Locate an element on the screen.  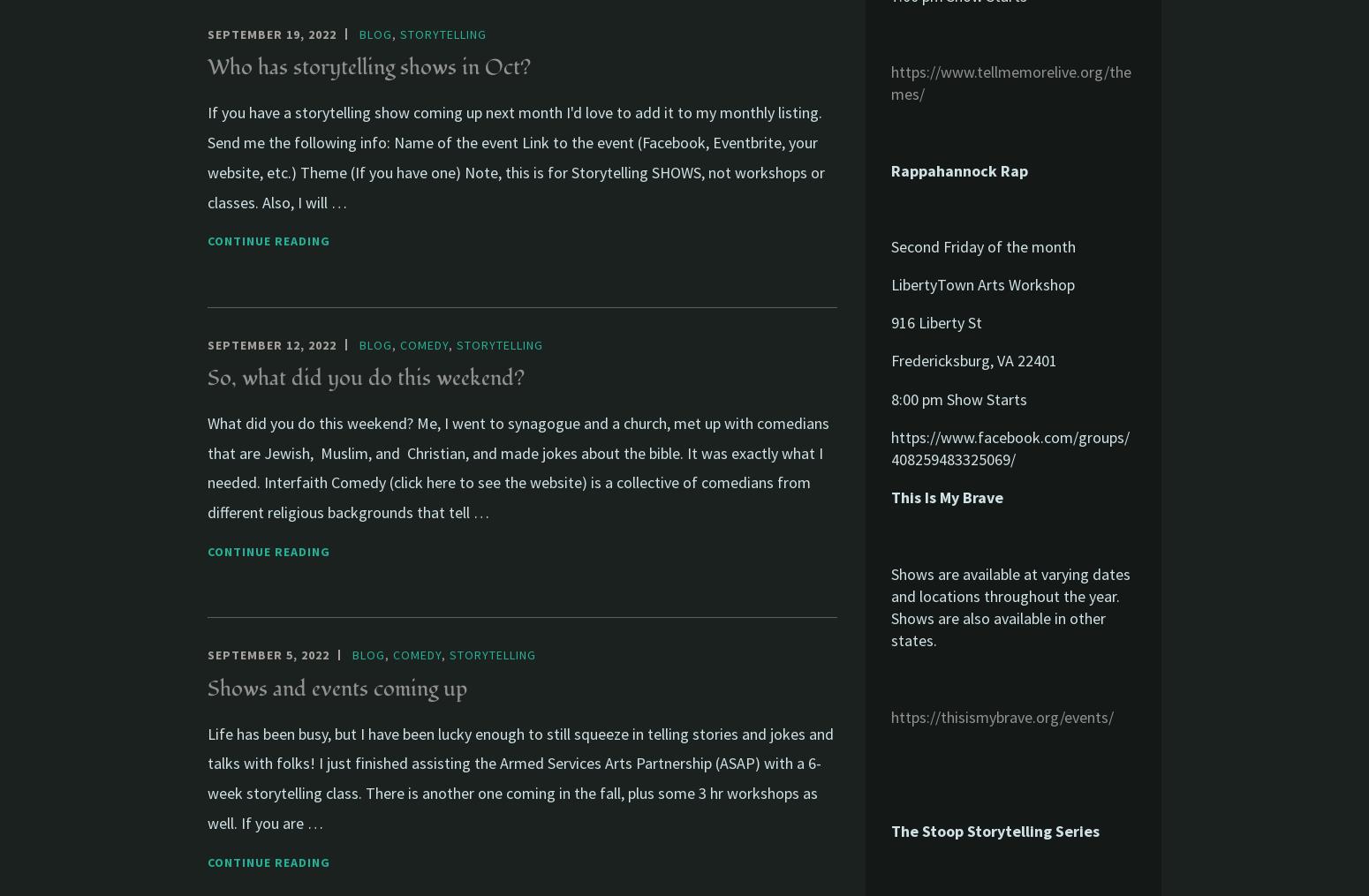
'Life has been busy, but I have been lucky enough to still squeeze in telling stories and jokes and talks with folks! I just finished assisting the Armed Services Arts Partnership (ASAP) with a 6-week storytelling class. There is another one coming in the fall, plus some 3 hr workshops as well. If you are …' is located at coordinates (520, 777).